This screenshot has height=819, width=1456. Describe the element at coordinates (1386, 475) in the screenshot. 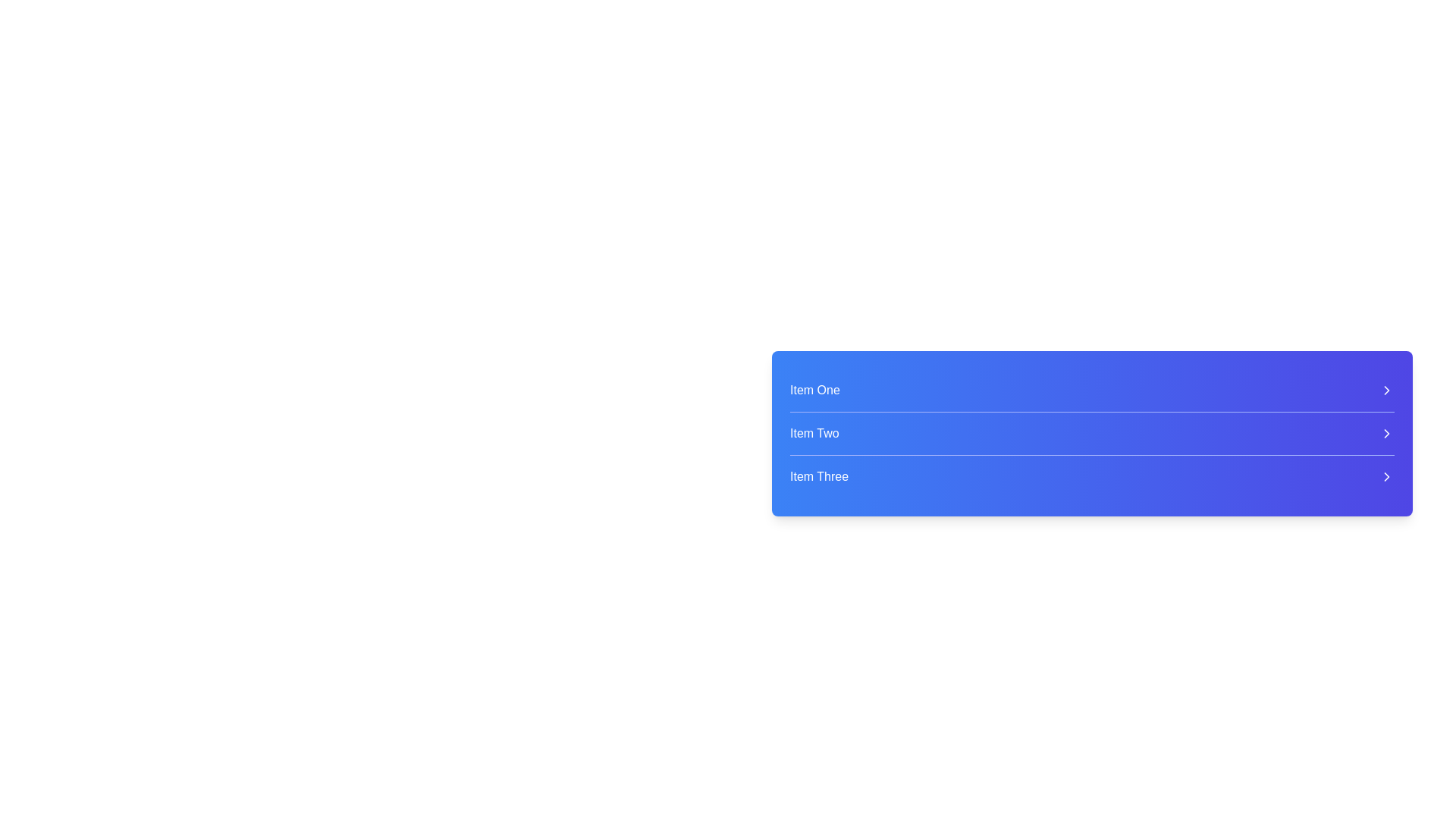

I see `the chevron icon located to the right of the 'Item Three' text in the vertical list-style menu` at that location.